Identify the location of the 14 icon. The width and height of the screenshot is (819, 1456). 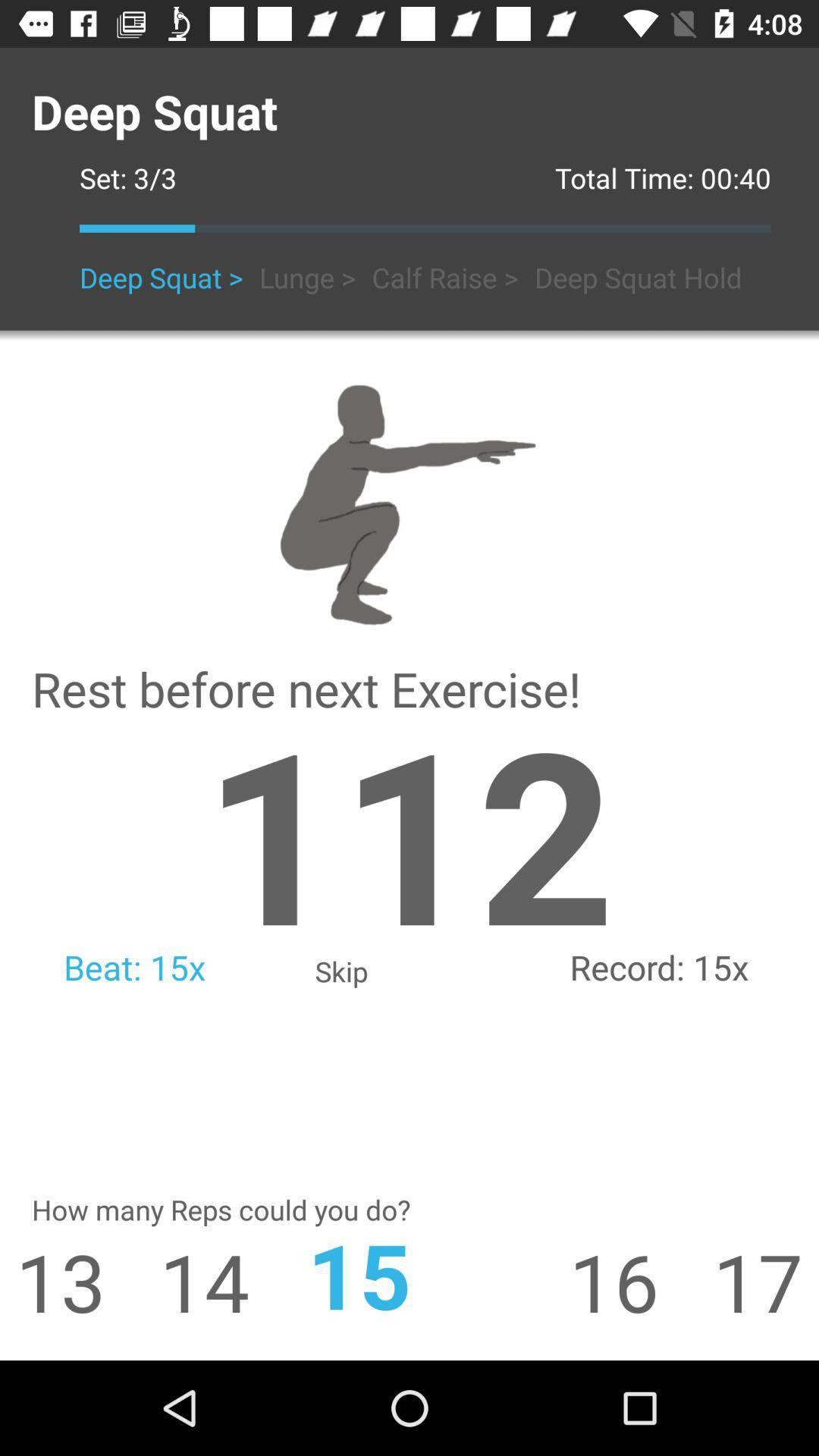
(177, 1280).